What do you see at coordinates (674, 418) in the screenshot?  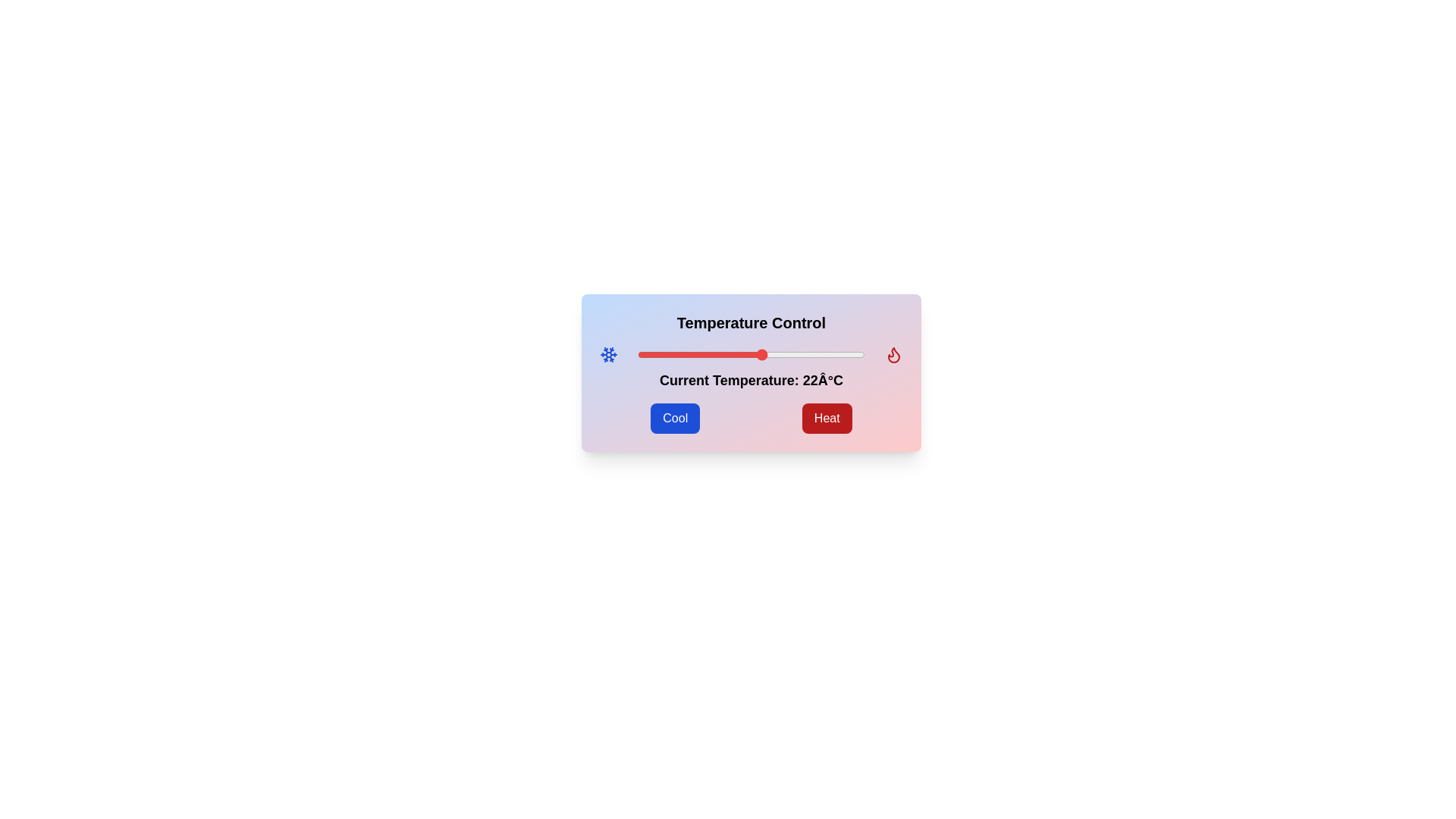 I see `the 'Cool' button to trigger the cooling action` at bounding box center [674, 418].